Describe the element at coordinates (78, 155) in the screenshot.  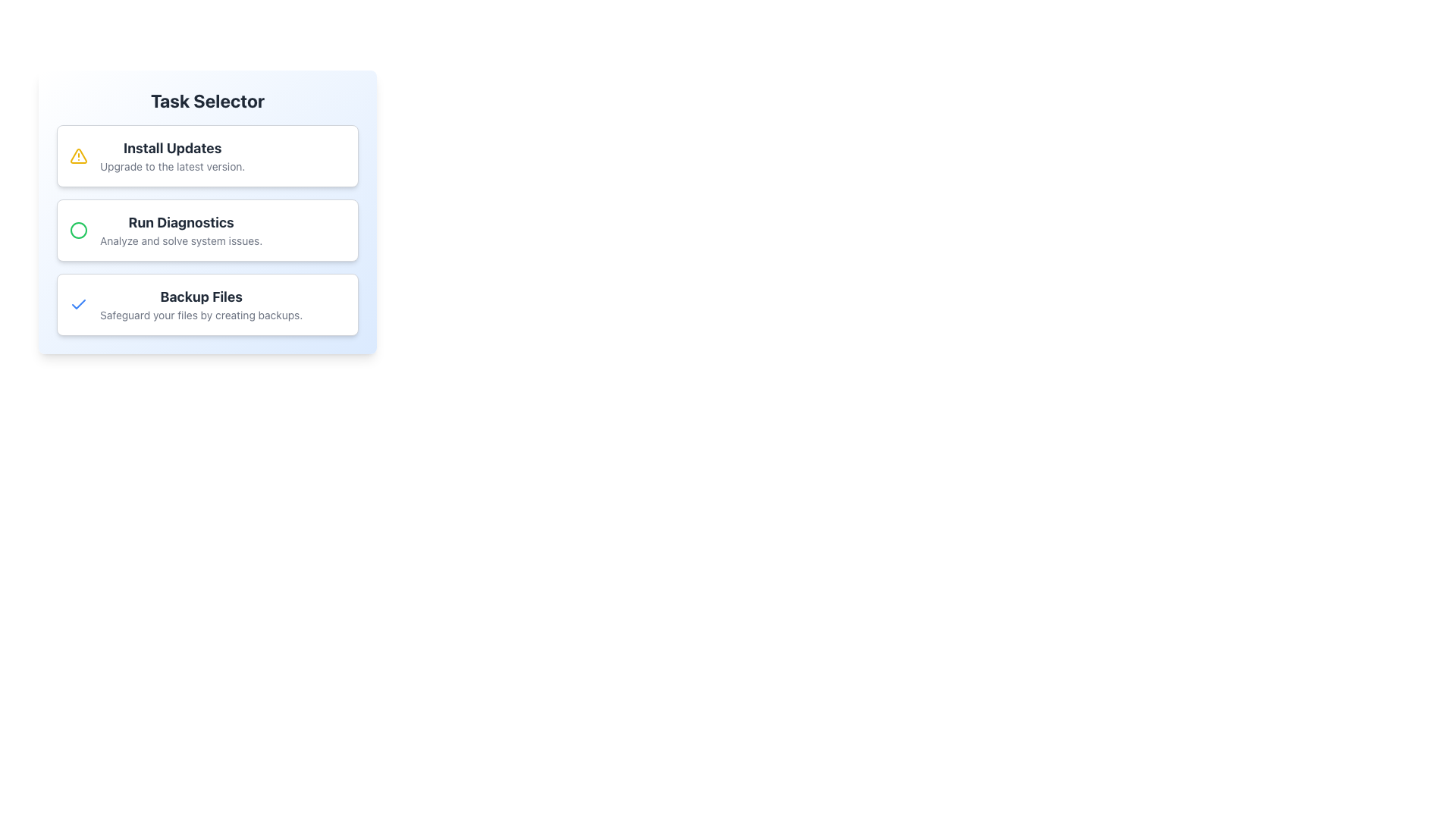
I see `the caution or warning icon located to the left of the 'Install Updates' text in the 'Task Selector' section` at that location.